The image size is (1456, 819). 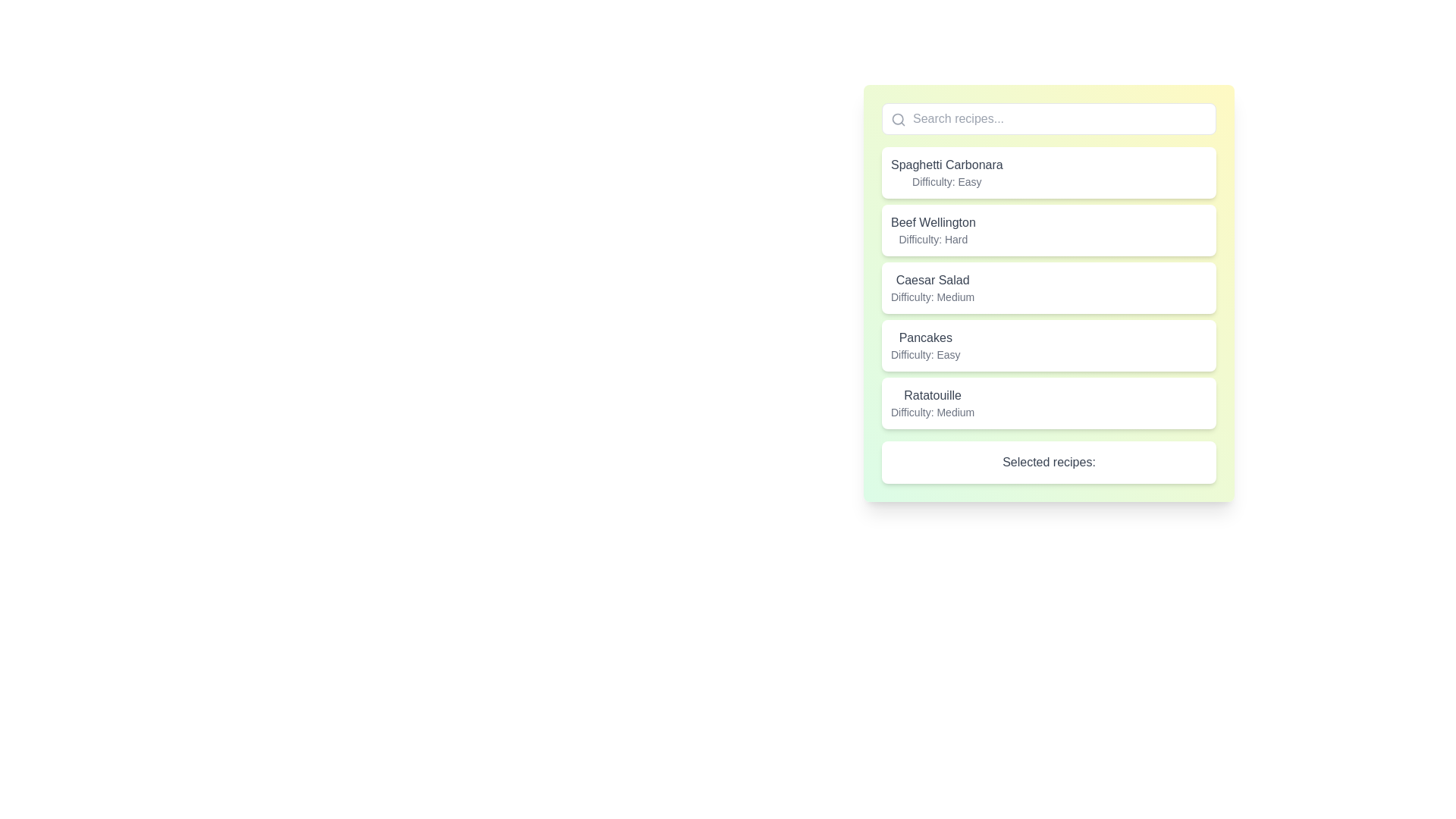 I want to click on the selectable list item labeled 'Beef Wellington' with difficulty 'Hard', so click(x=1048, y=231).